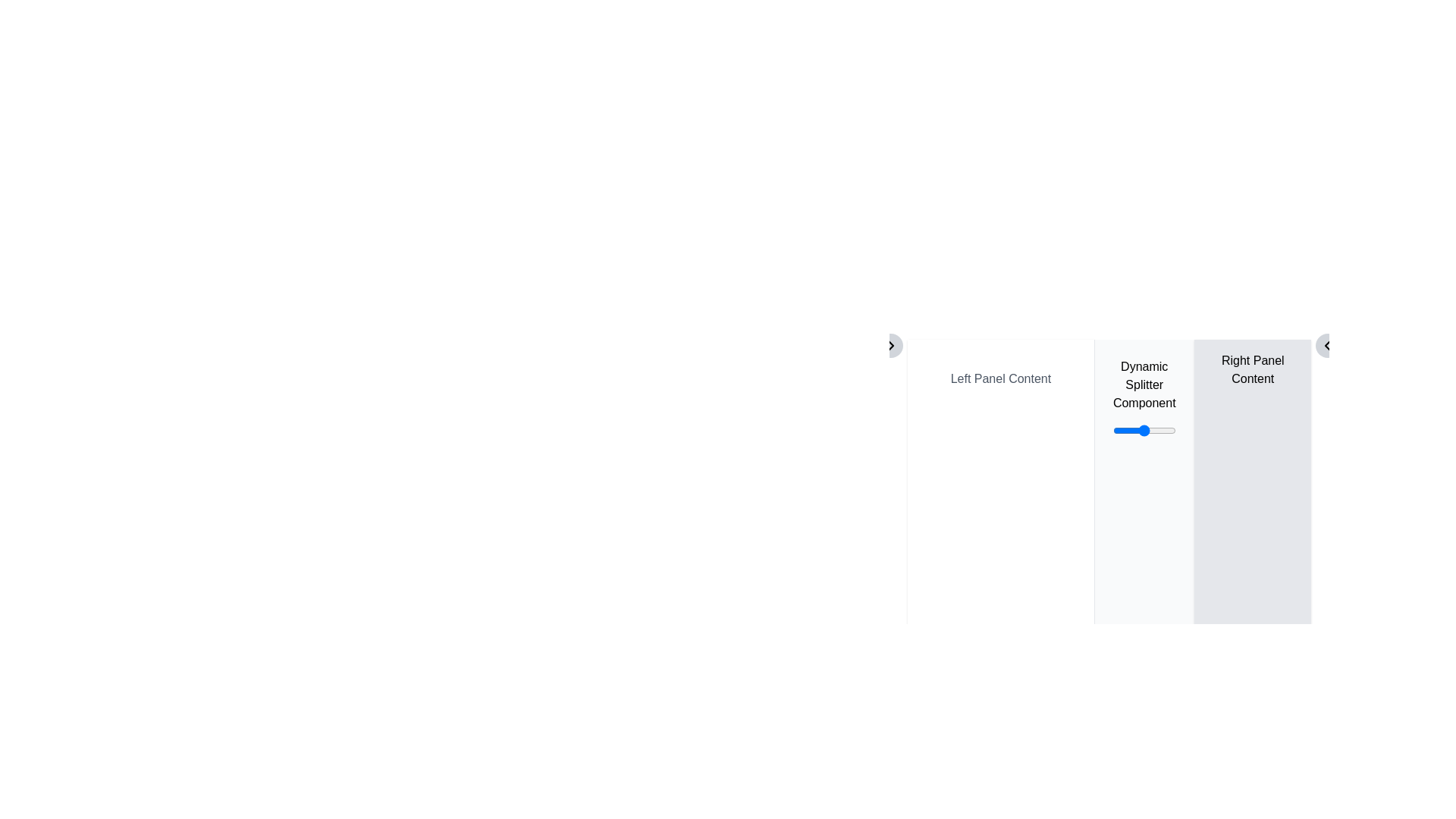 The width and height of the screenshot is (1456, 819). I want to click on the right-pointing chevron icon located on the circular button, so click(891, 345).